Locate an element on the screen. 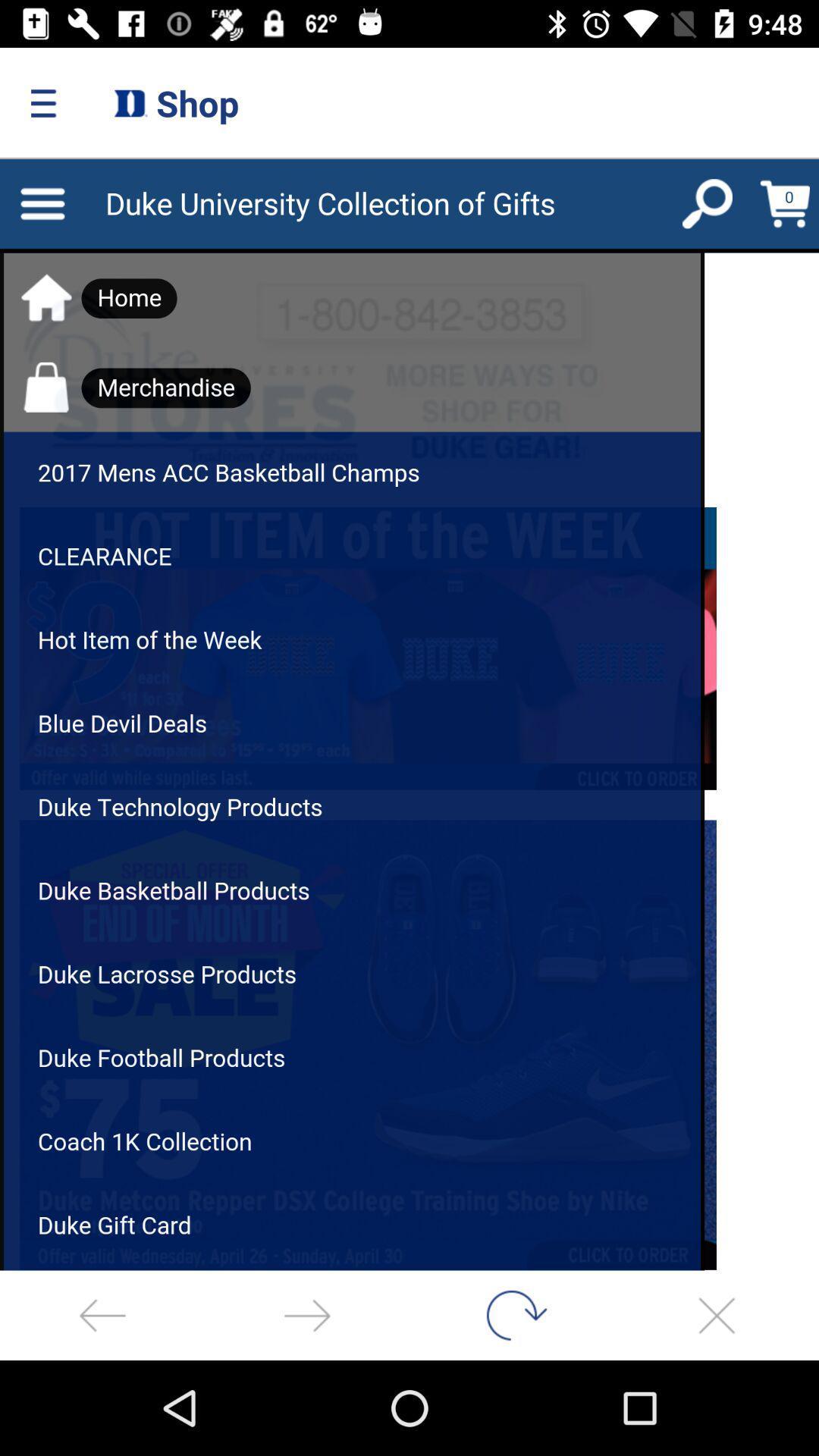 The width and height of the screenshot is (819, 1456). refresh key is located at coordinates (512, 1314).